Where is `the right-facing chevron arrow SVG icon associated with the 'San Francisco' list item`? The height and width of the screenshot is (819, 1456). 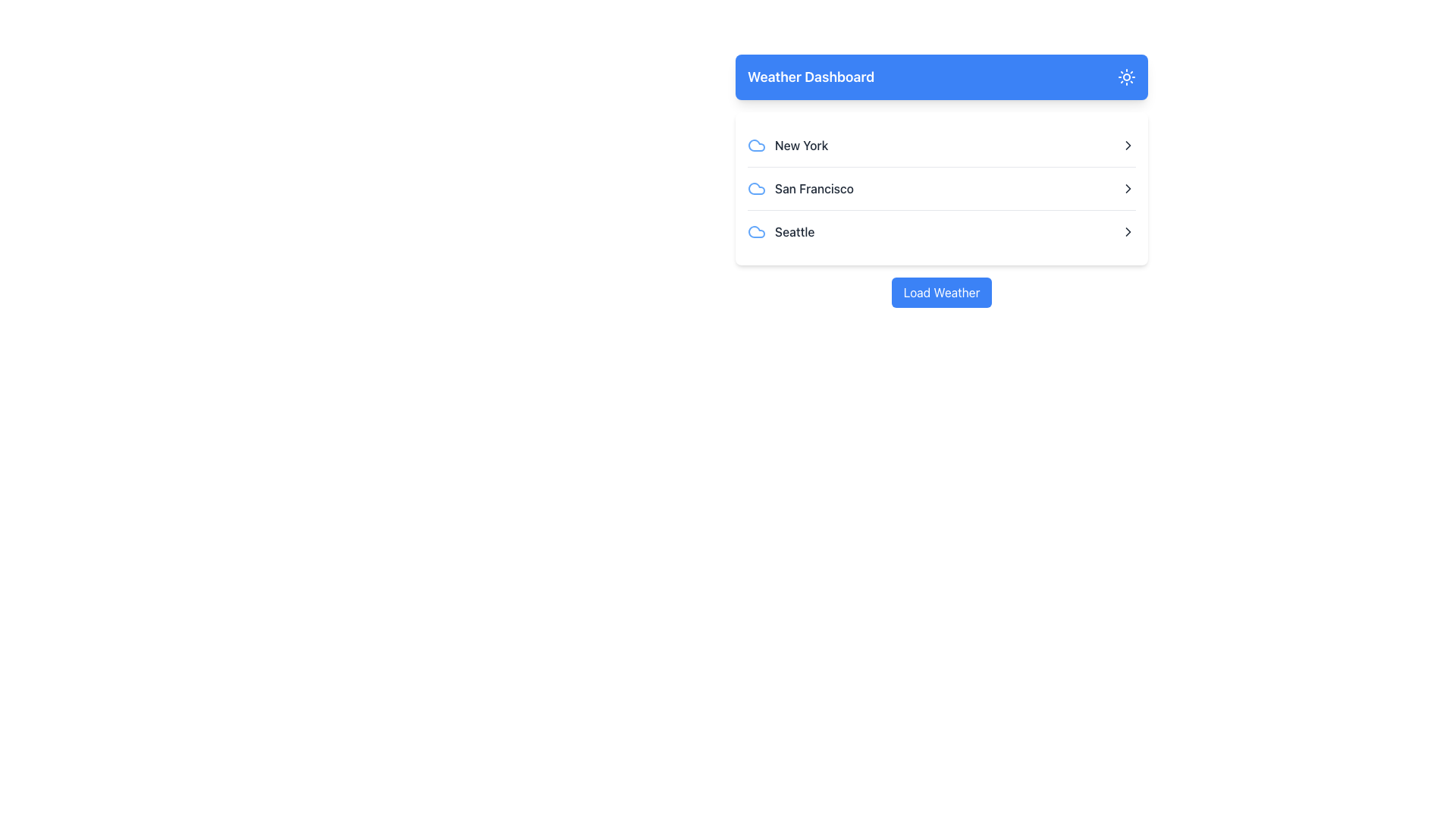 the right-facing chevron arrow SVG icon associated with the 'San Francisco' list item is located at coordinates (1128, 146).